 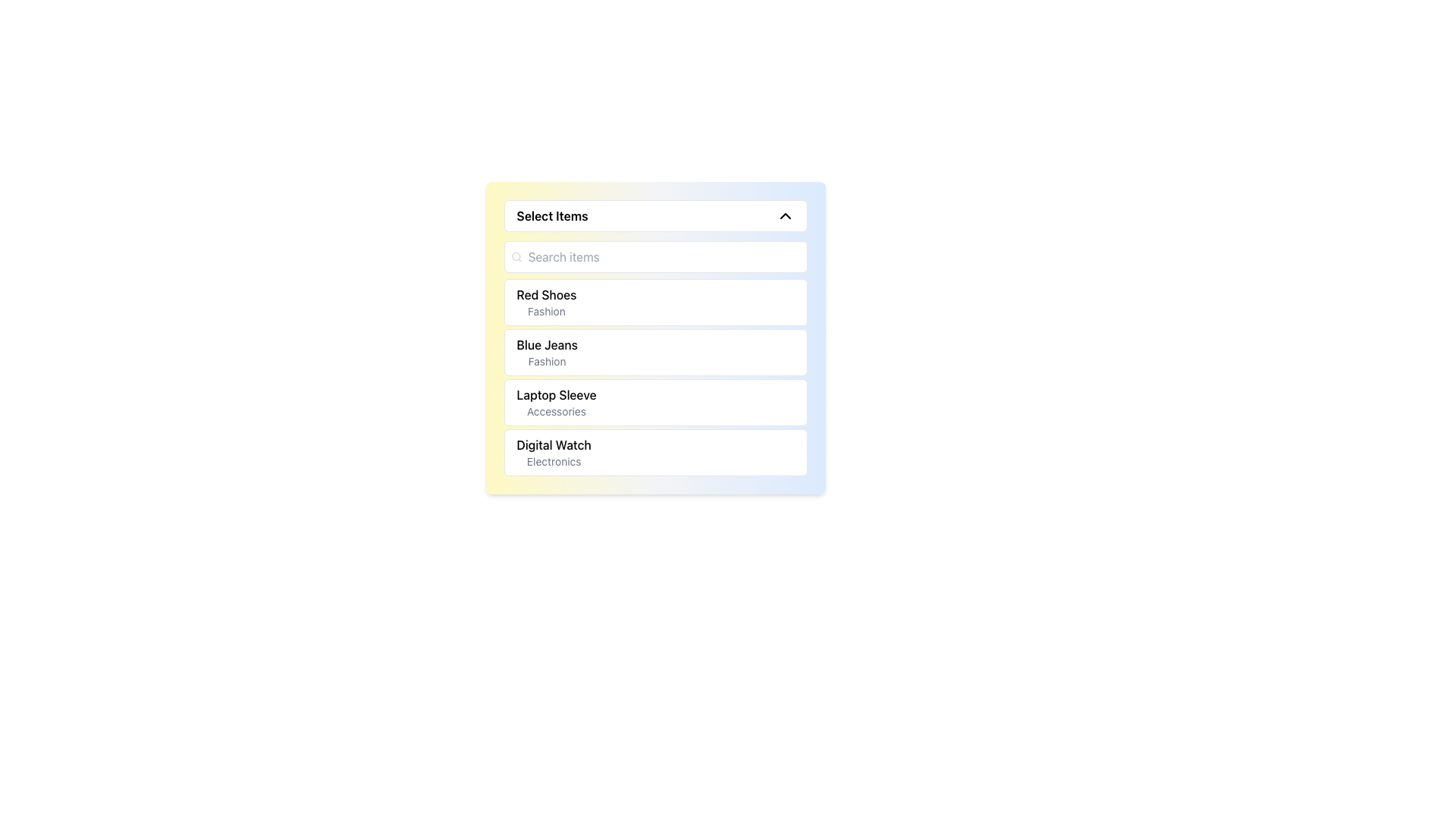 What do you see at coordinates (516, 256) in the screenshot?
I see `the search/filter icon located to the left of the text input field under the 'Select Items' header` at bounding box center [516, 256].